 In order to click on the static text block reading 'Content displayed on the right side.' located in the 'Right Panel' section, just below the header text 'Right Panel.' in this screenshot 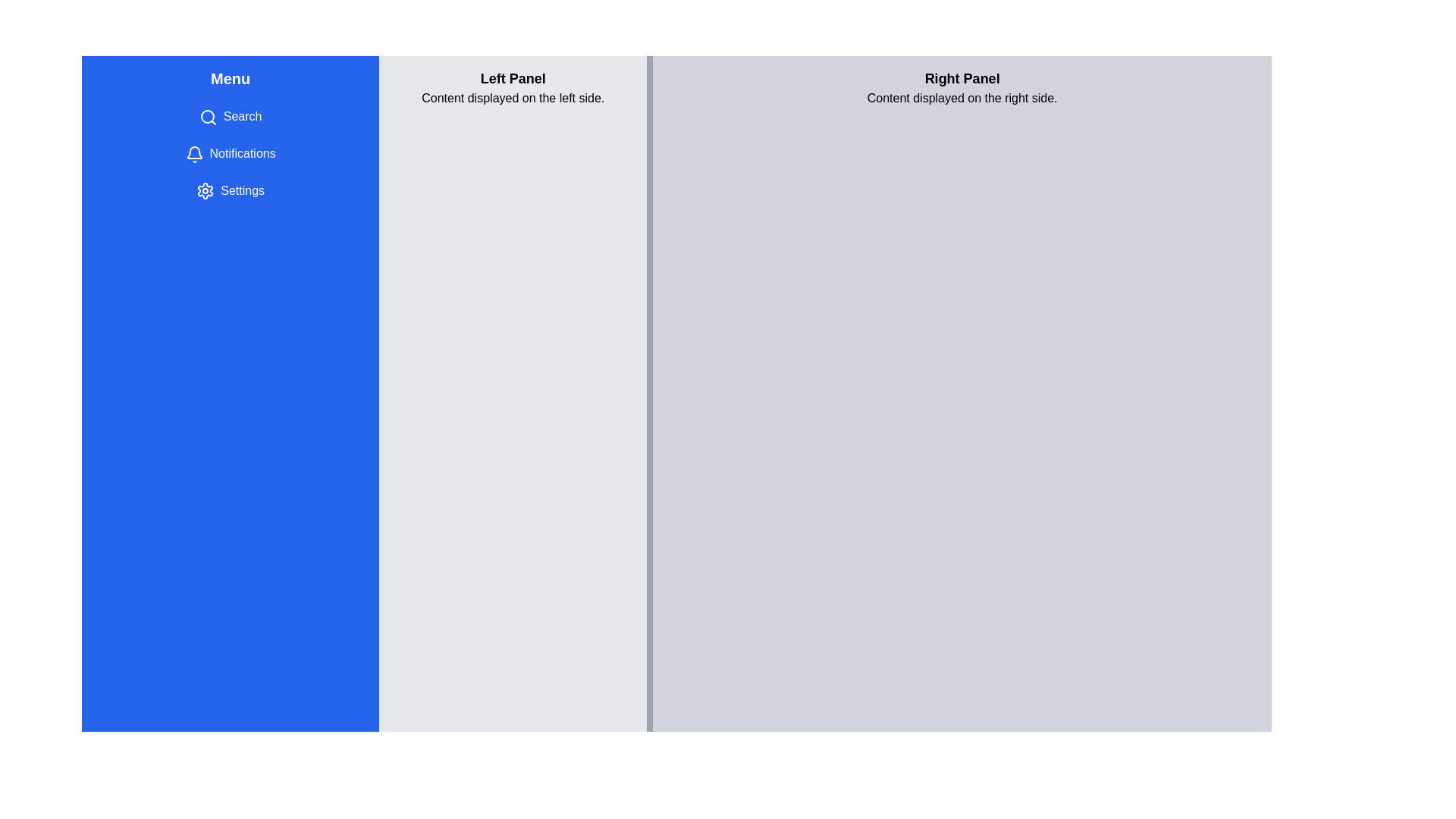, I will do `click(962, 99)`.